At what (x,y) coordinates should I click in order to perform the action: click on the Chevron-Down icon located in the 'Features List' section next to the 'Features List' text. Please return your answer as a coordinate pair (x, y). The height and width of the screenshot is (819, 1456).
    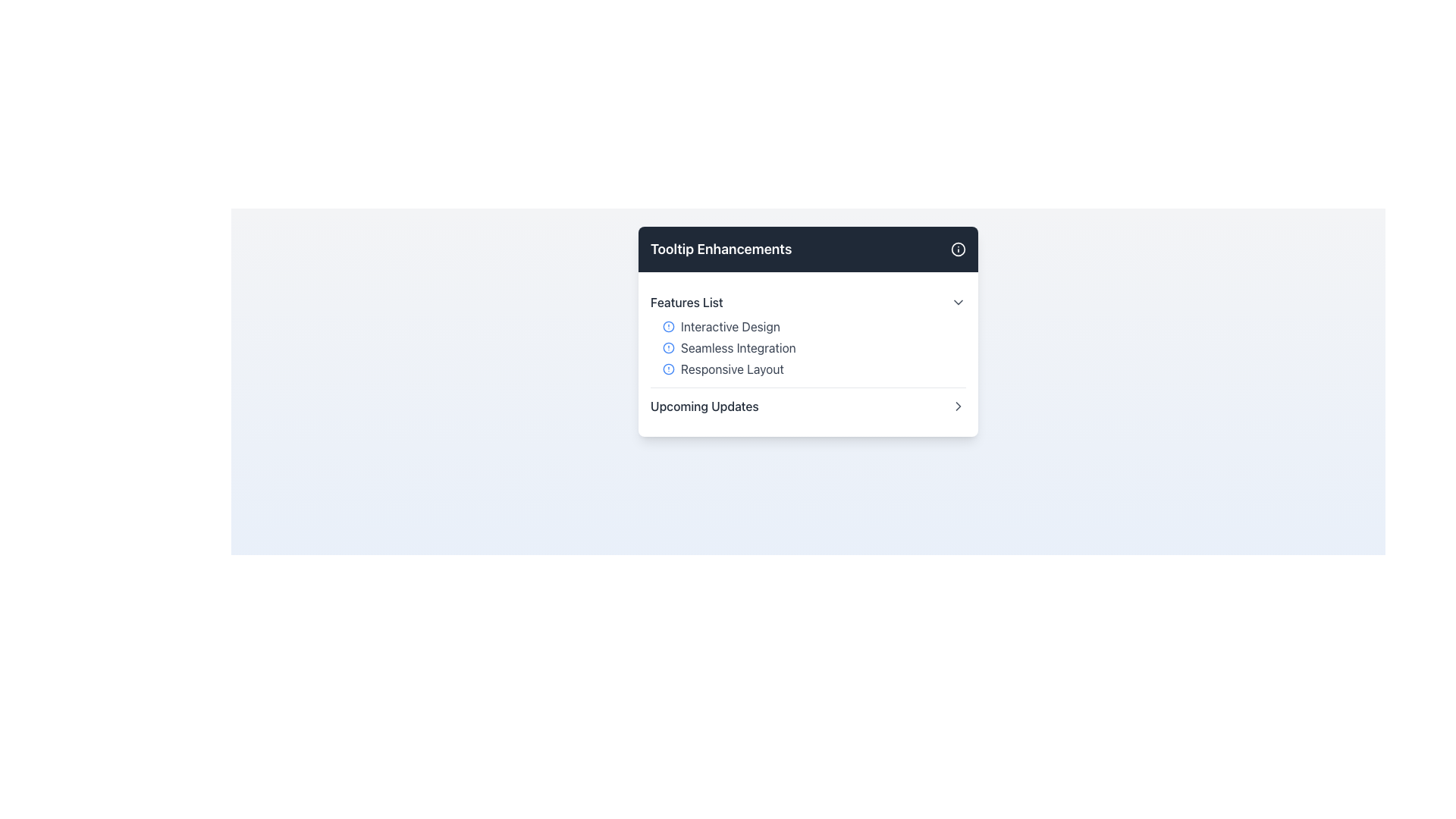
    Looking at the image, I should click on (957, 302).